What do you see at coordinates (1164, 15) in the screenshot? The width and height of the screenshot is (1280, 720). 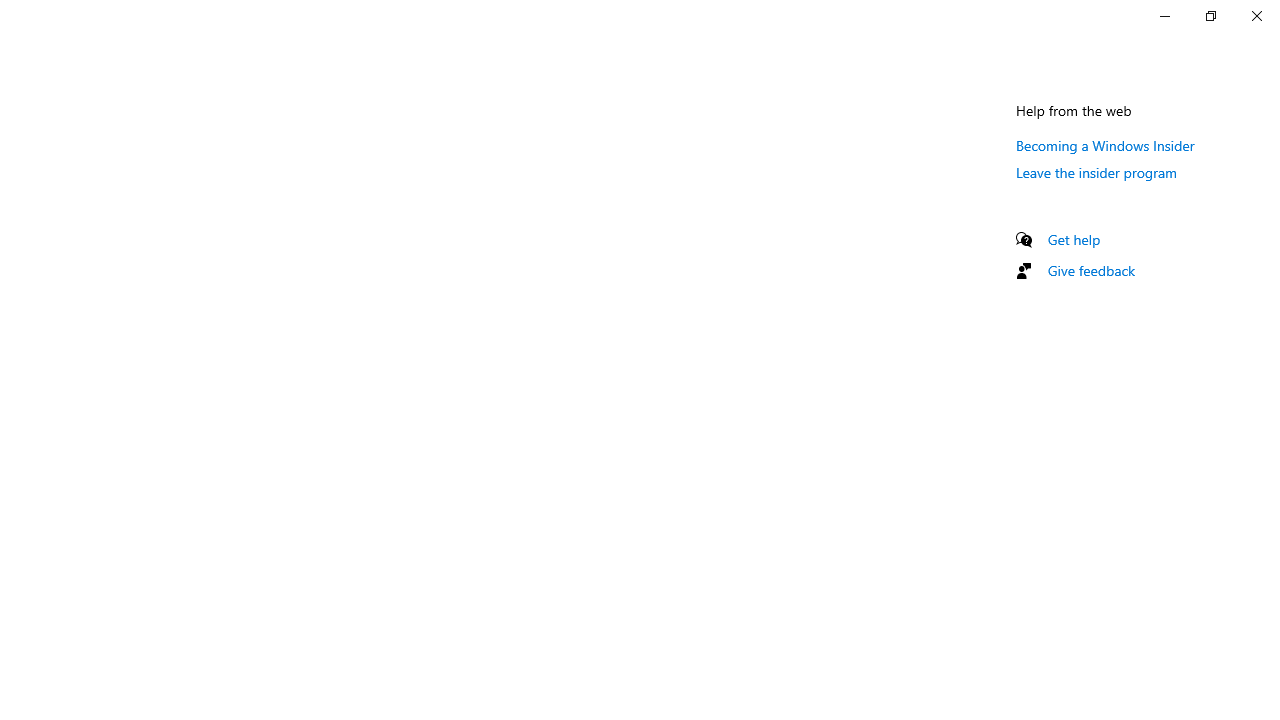 I see `'Minimize Settings'` at bounding box center [1164, 15].